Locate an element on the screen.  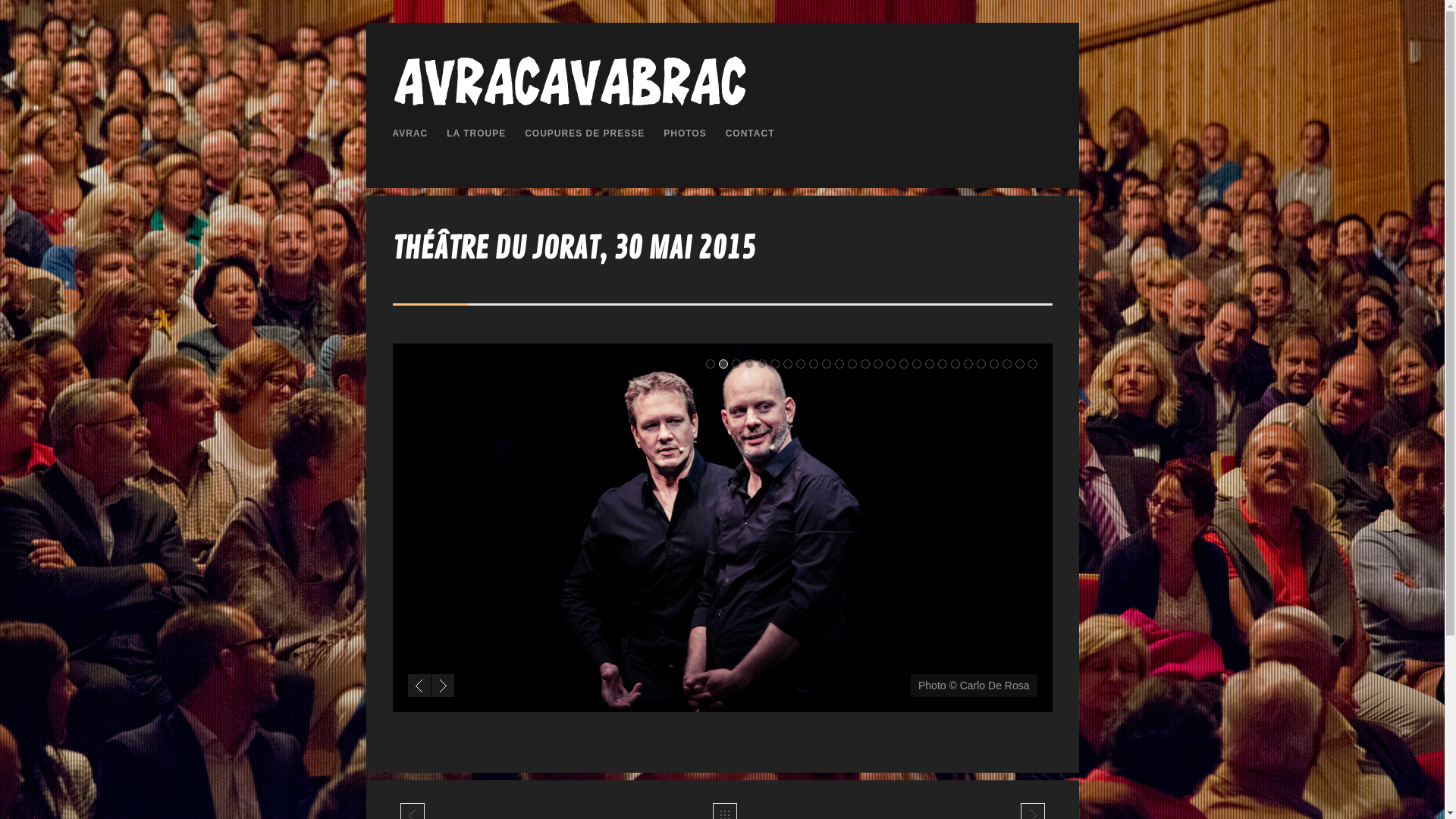
'Previous' is located at coordinates (407, 685).